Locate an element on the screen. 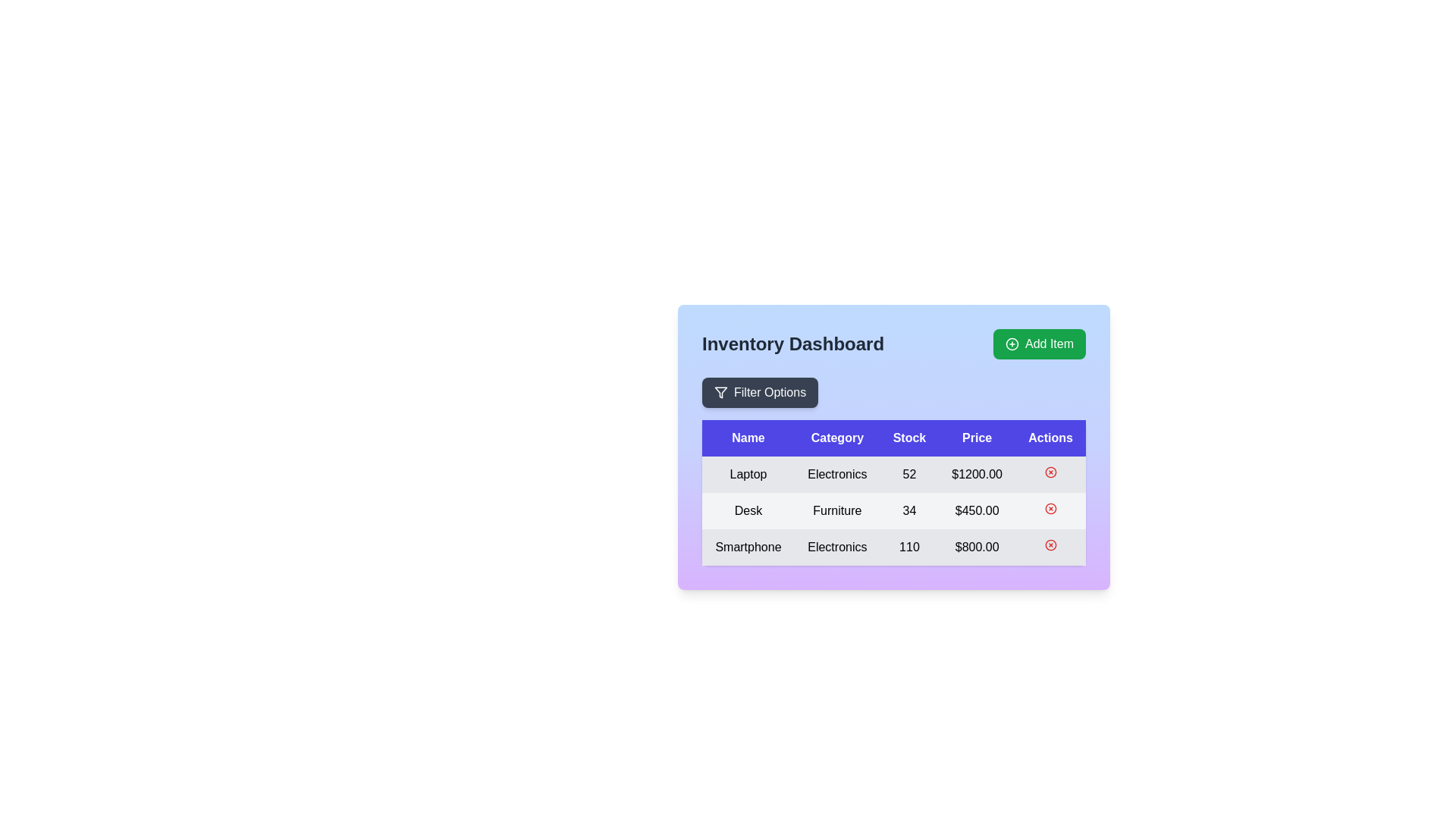 The width and height of the screenshot is (1456, 819). the 'Stock' text label in the table header, which is displayed in white on a vivid purple background and is the third item in the row of headers is located at coordinates (909, 438).